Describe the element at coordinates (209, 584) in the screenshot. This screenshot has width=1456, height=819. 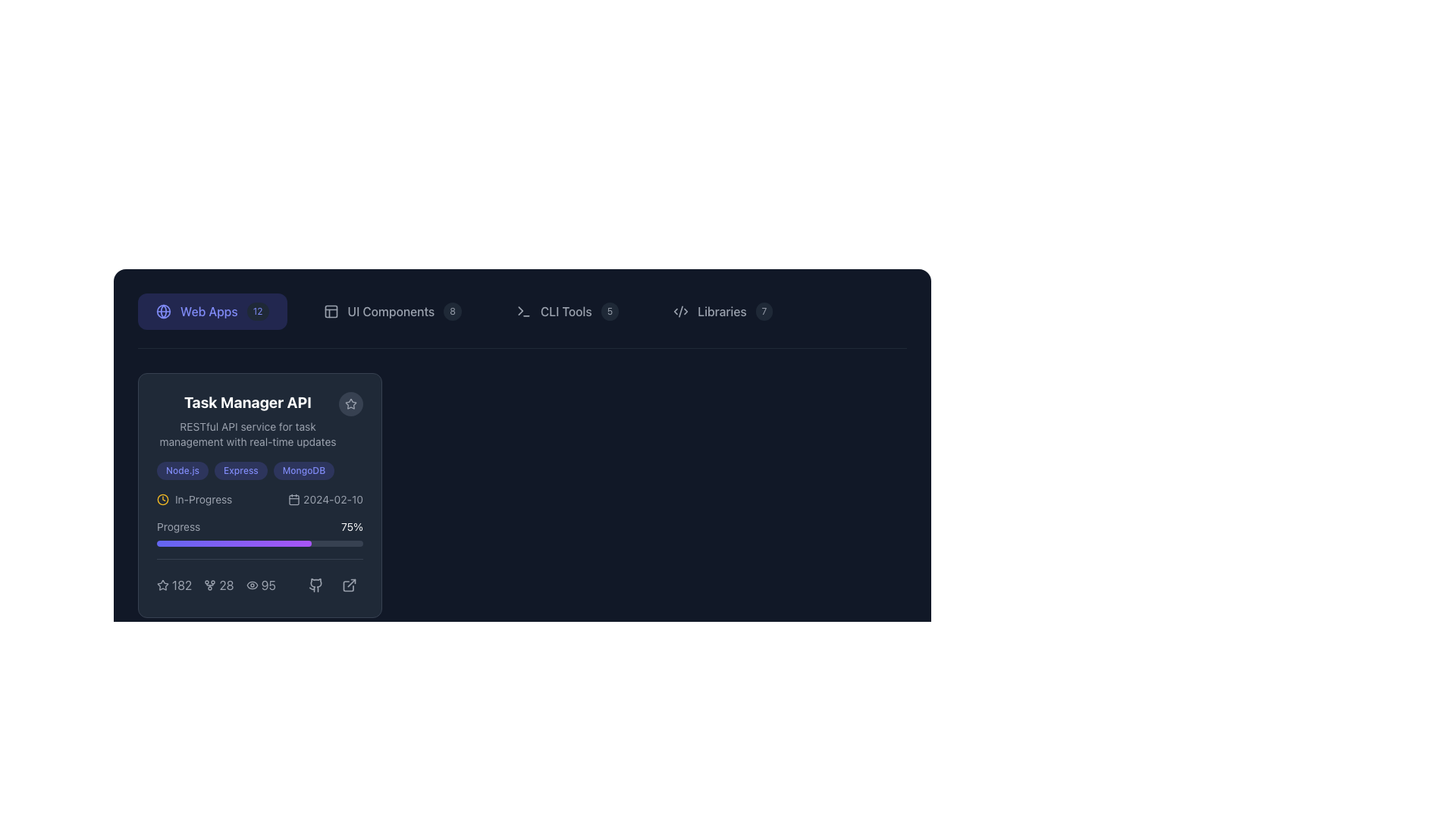
I see `the fork icon, which is styled with a thin gray line stroke and is positioned to the left of the numeric value '28'` at that location.